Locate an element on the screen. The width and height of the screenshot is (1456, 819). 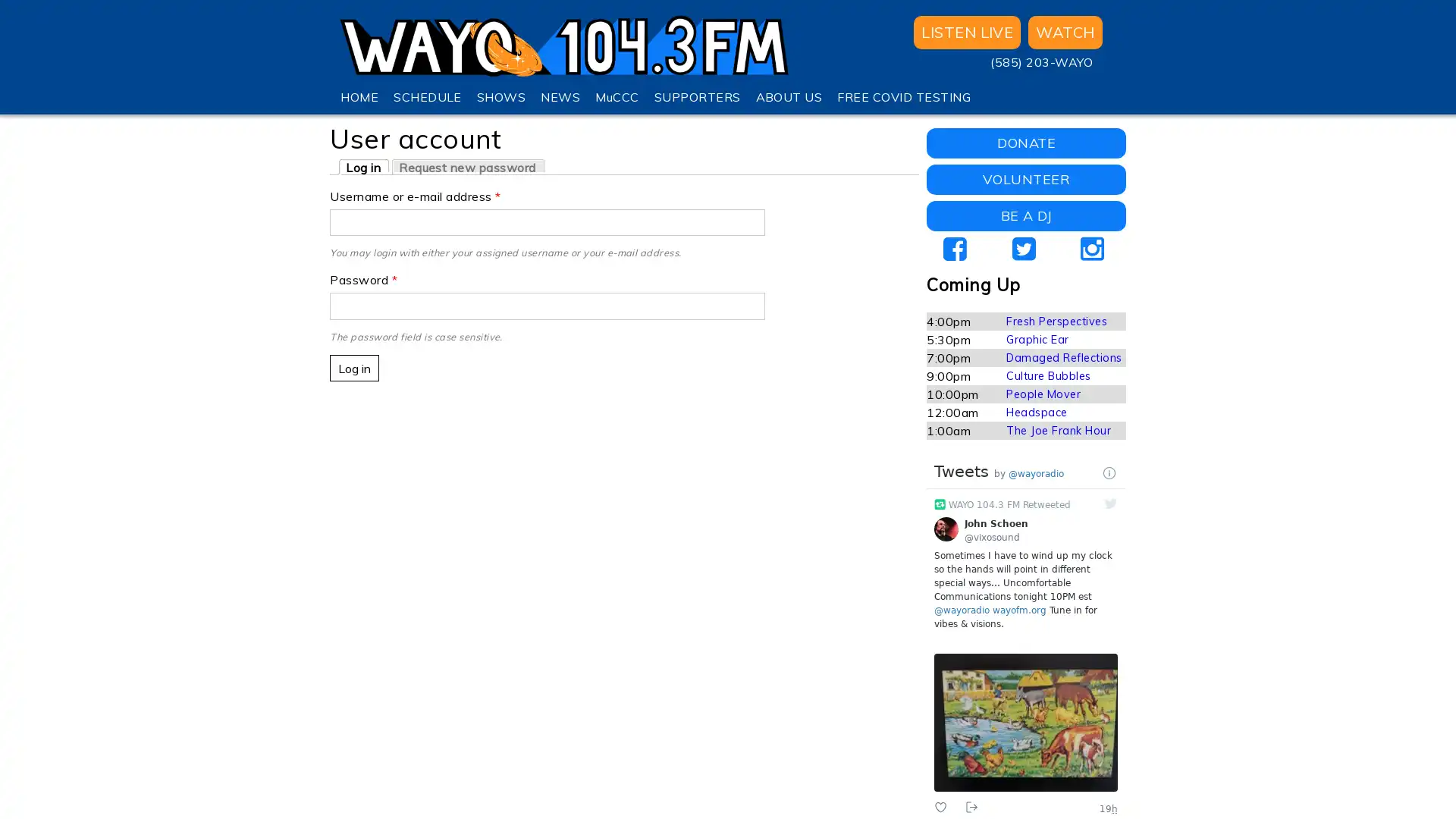
Log in is located at coordinates (353, 368).